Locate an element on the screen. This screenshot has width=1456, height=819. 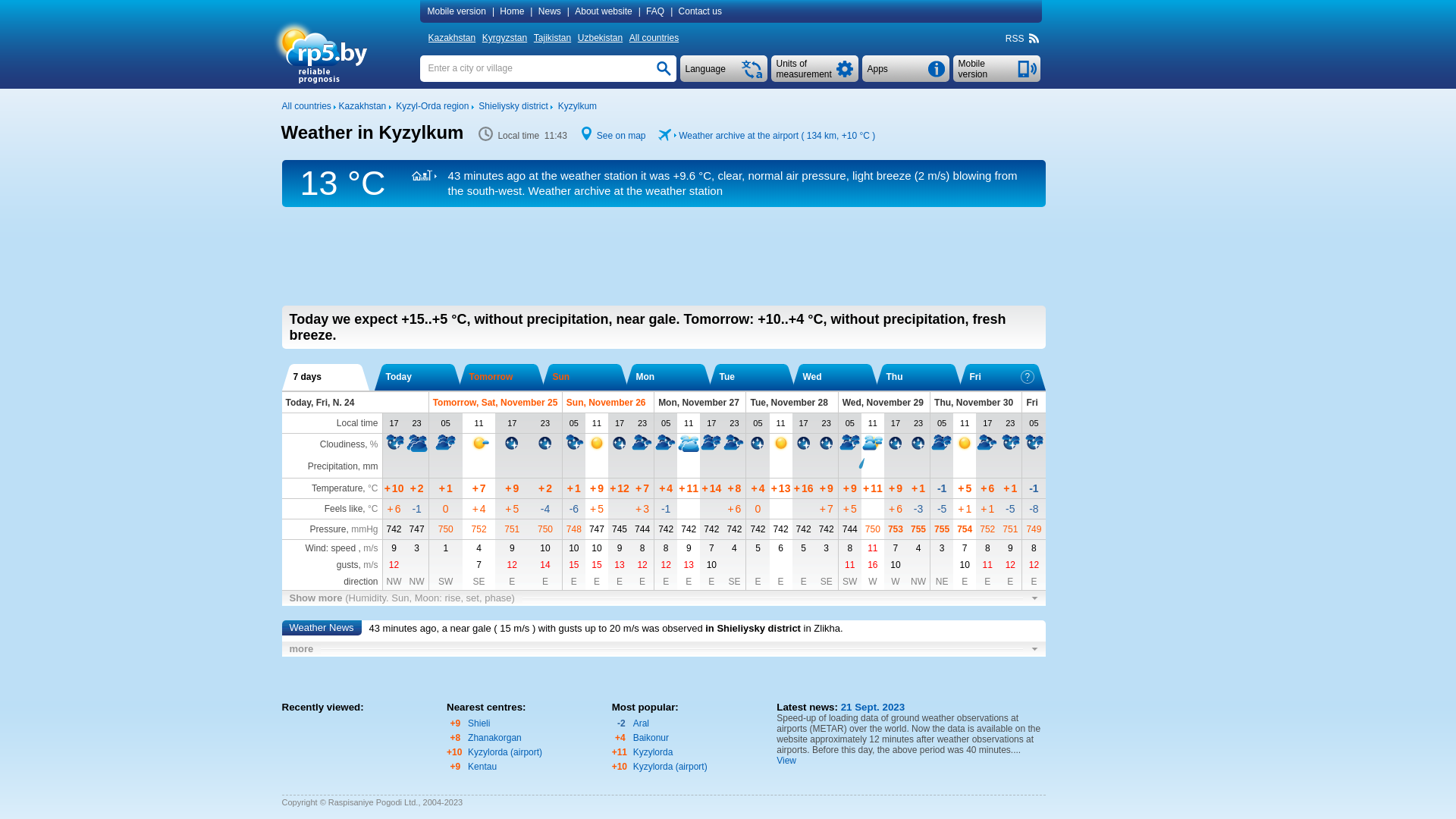
'Temperature' is located at coordinates (336, 488).